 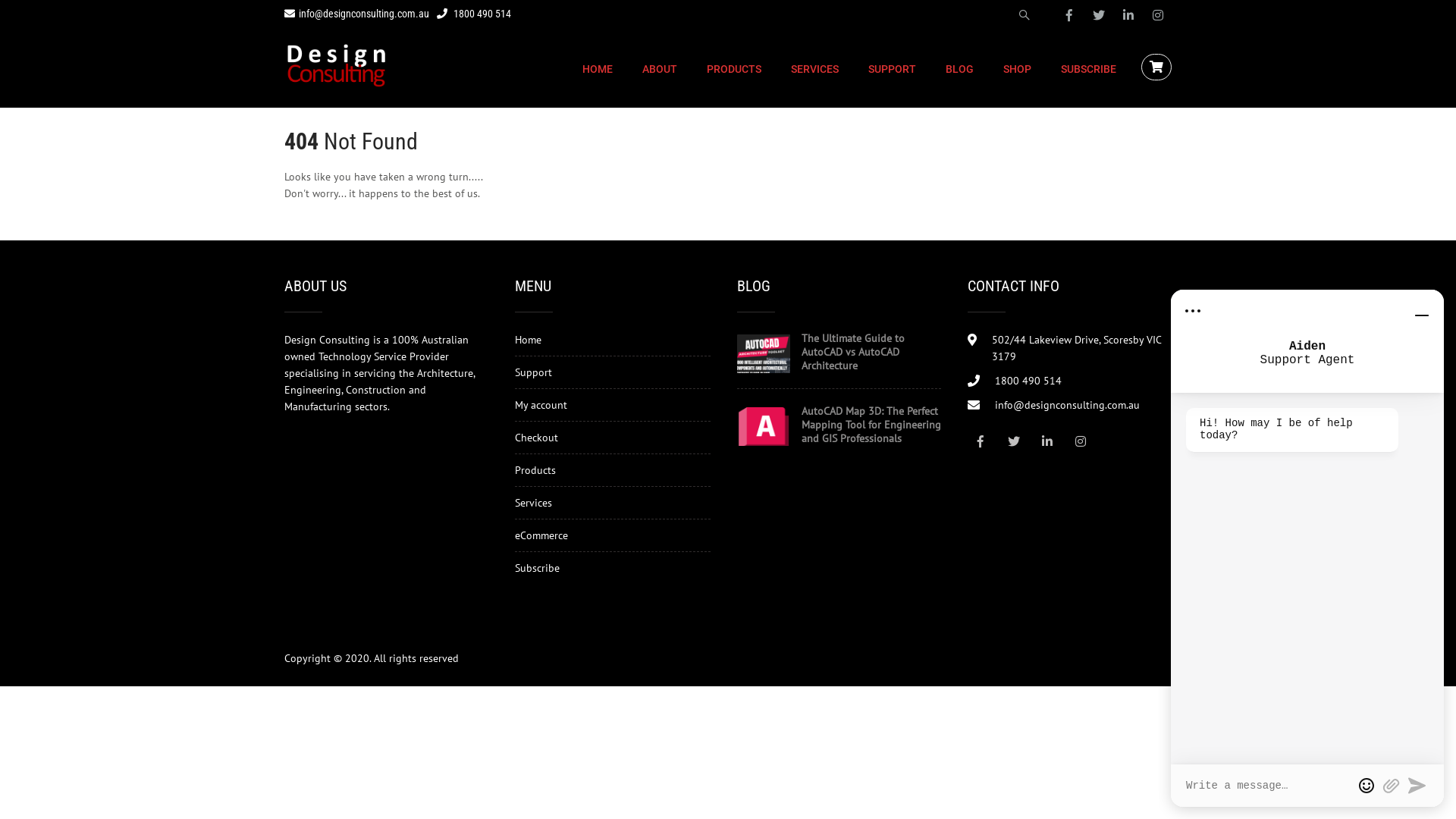 I want to click on 'Products', so click(x=535, y=469).